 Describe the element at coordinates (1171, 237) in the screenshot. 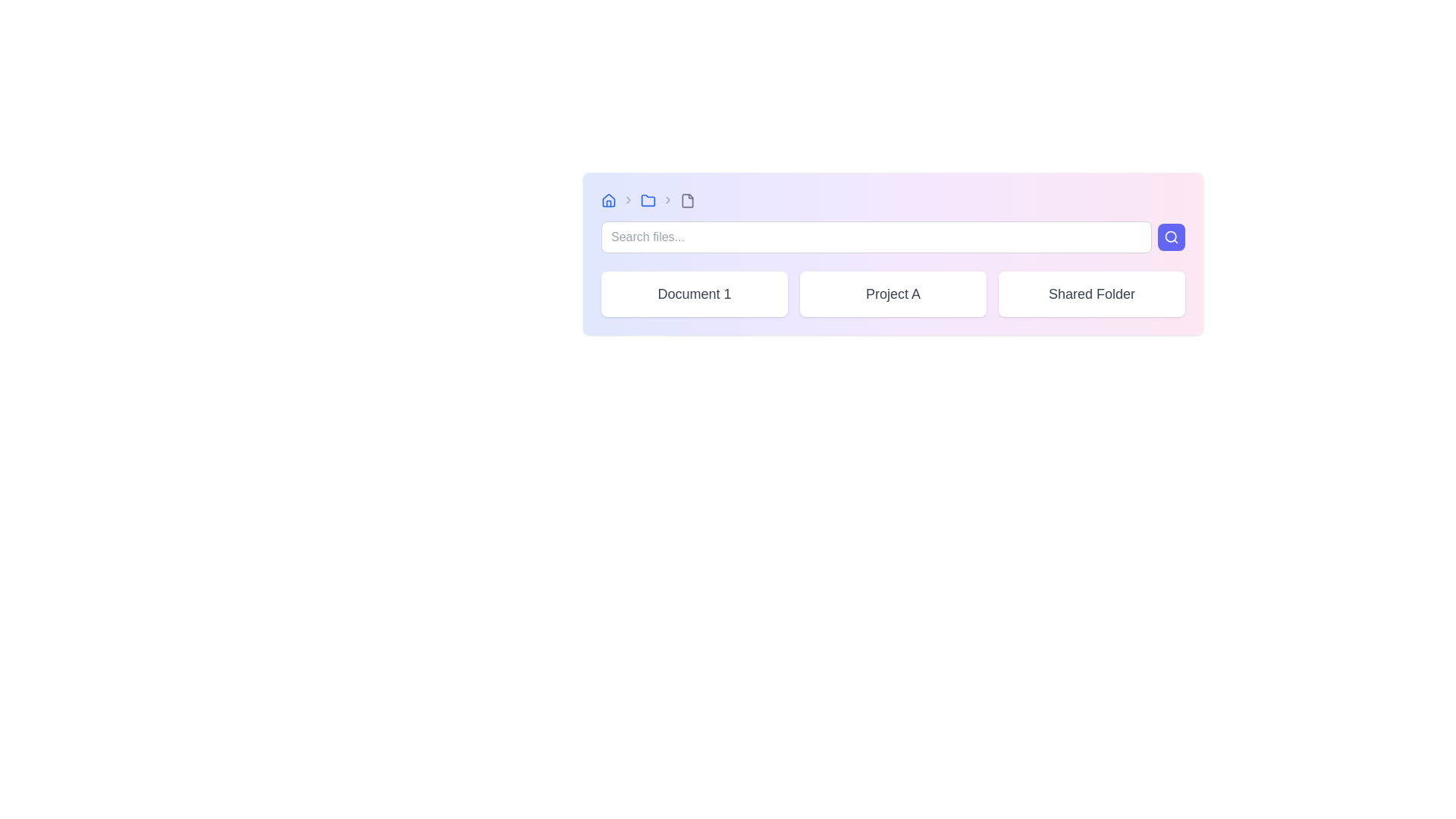

I see `the circular magnifying glass icon within the purple button at the far right of the search bar to initiate the search` at that location.